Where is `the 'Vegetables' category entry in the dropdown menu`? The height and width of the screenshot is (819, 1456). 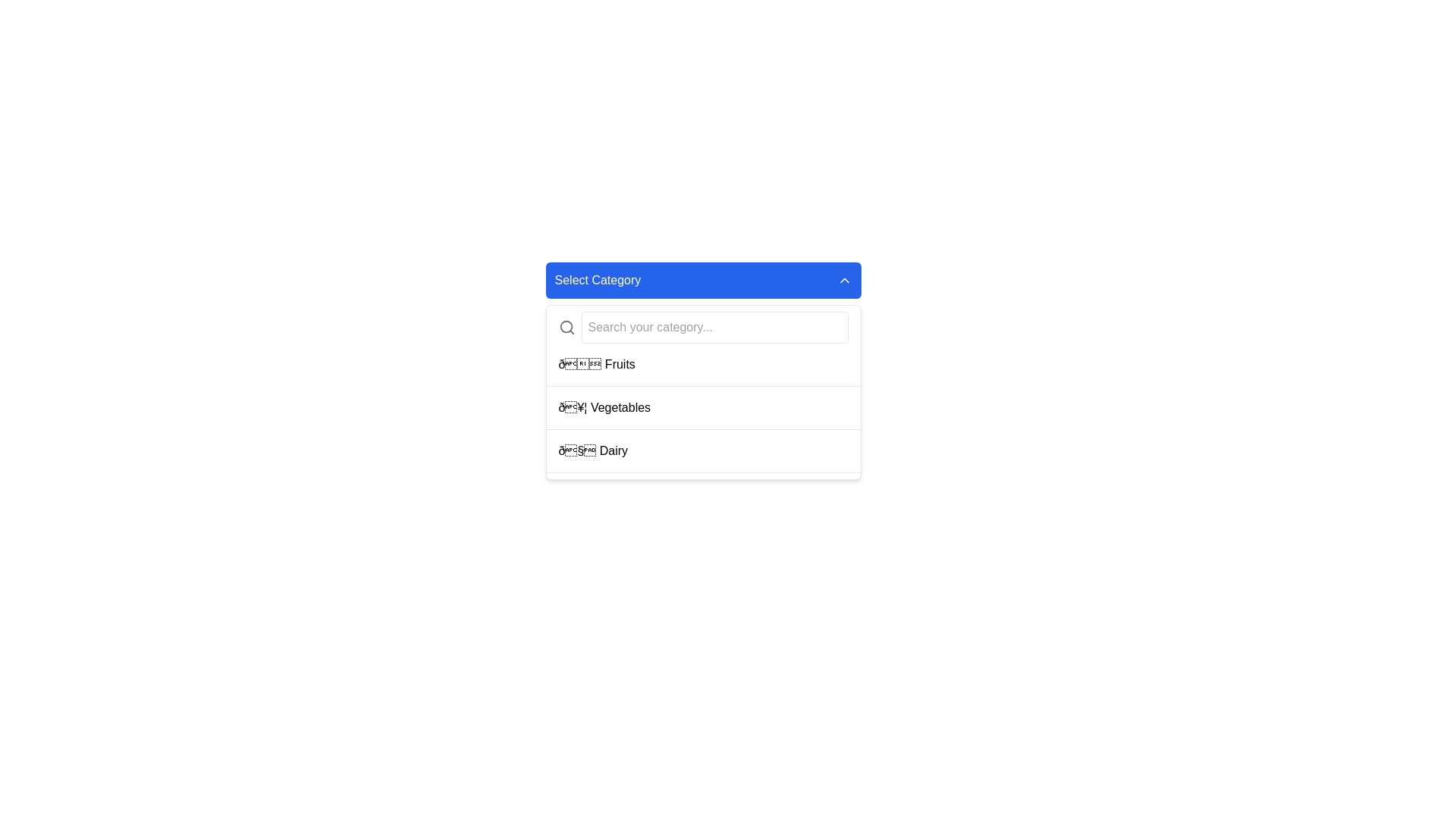
the 'Vegetables' category entry in the dropdown menu is located at coordinates (702, 391).